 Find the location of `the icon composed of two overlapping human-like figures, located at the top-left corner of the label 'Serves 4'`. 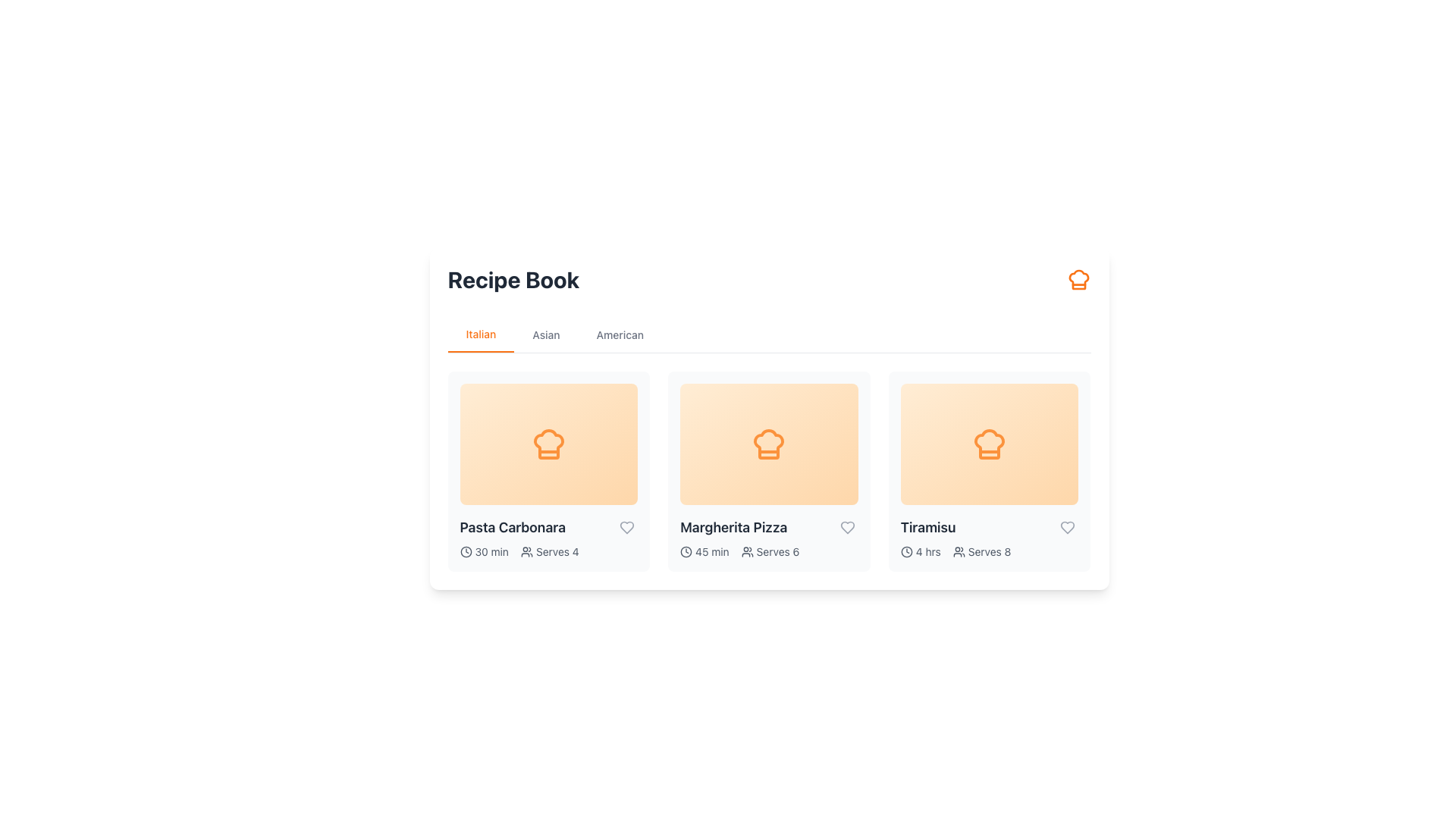

the icon composed of two overlapping human-like figures, located at the top-left corner of the label 'Serves 4' is located at coordinates (527, 552).